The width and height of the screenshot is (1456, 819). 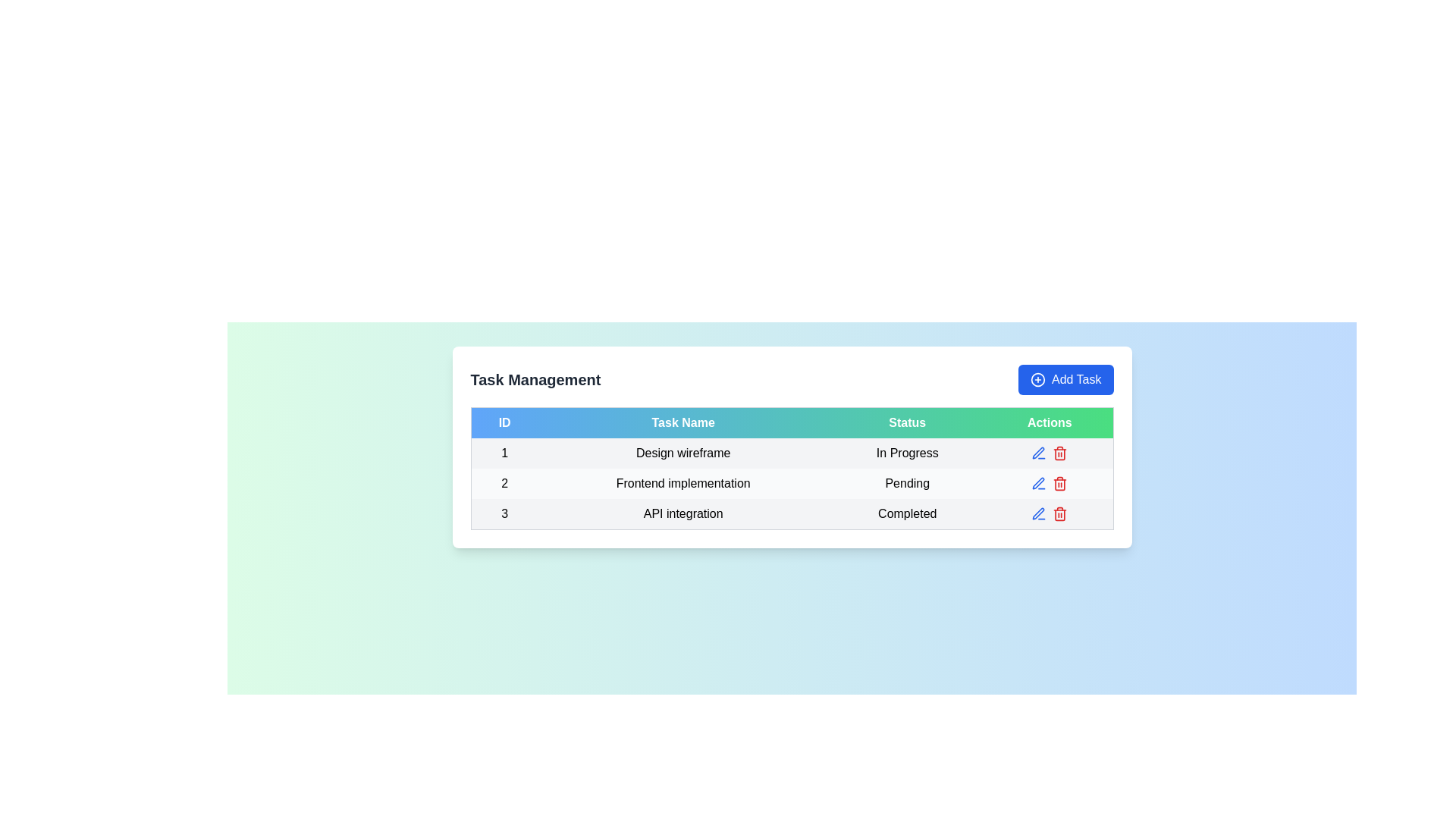 What do you see at coordinates (1048, 422) in the screenshot?
I see `the 'Actions' header, which is a rectangular button-like component with white text on a green background, to comprehend the table's structure` at bounding box center [1048, 422].